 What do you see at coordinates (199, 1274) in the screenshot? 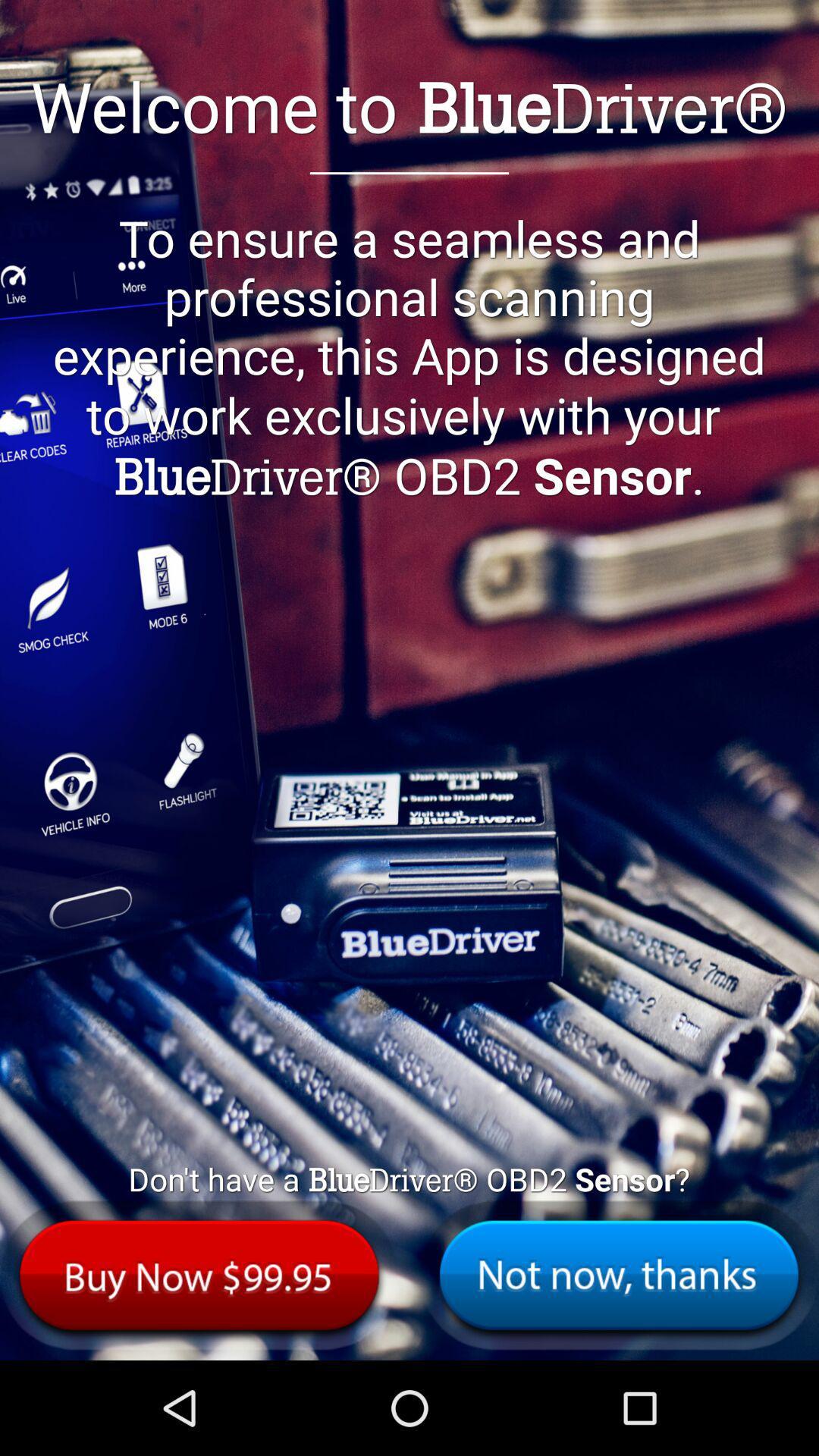
I see `buy indicated product` at bounding box center [199, 1274].